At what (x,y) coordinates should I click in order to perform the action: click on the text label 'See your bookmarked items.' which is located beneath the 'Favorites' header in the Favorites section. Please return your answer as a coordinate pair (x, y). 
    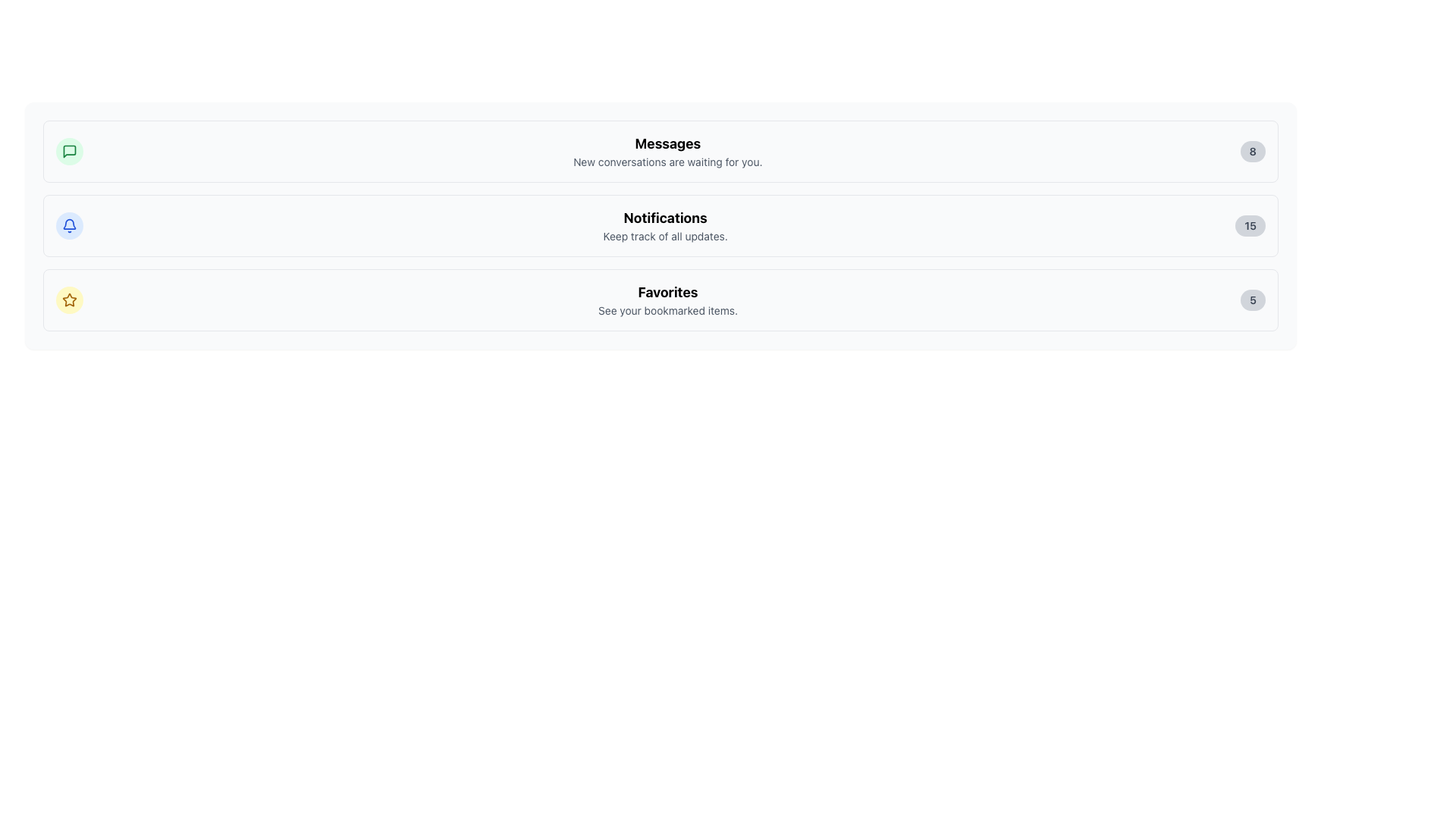
    Looking at the image, I should click on (667, 309).